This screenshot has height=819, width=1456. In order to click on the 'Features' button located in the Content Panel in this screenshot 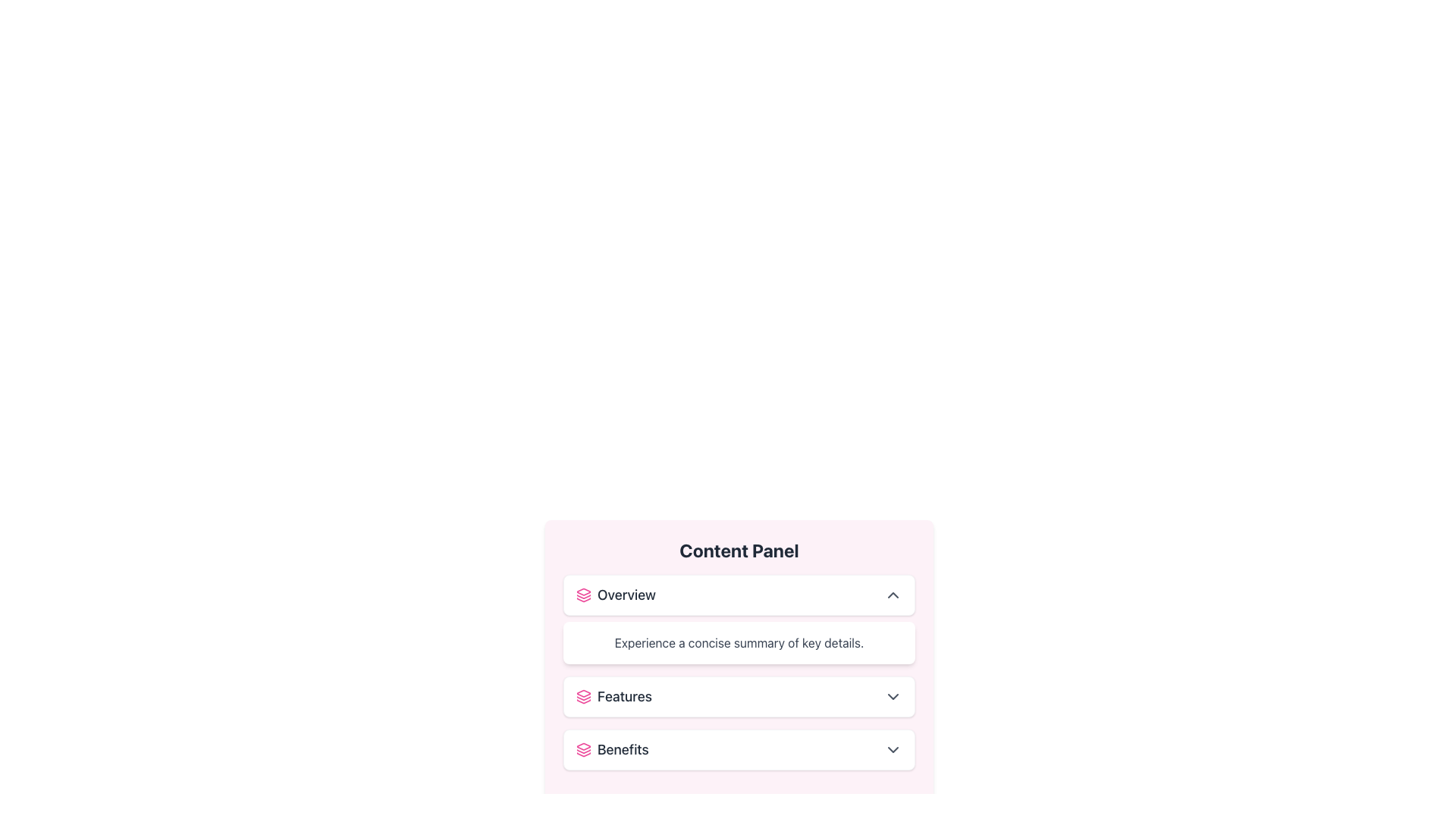, I will do `click(739, 696)`.